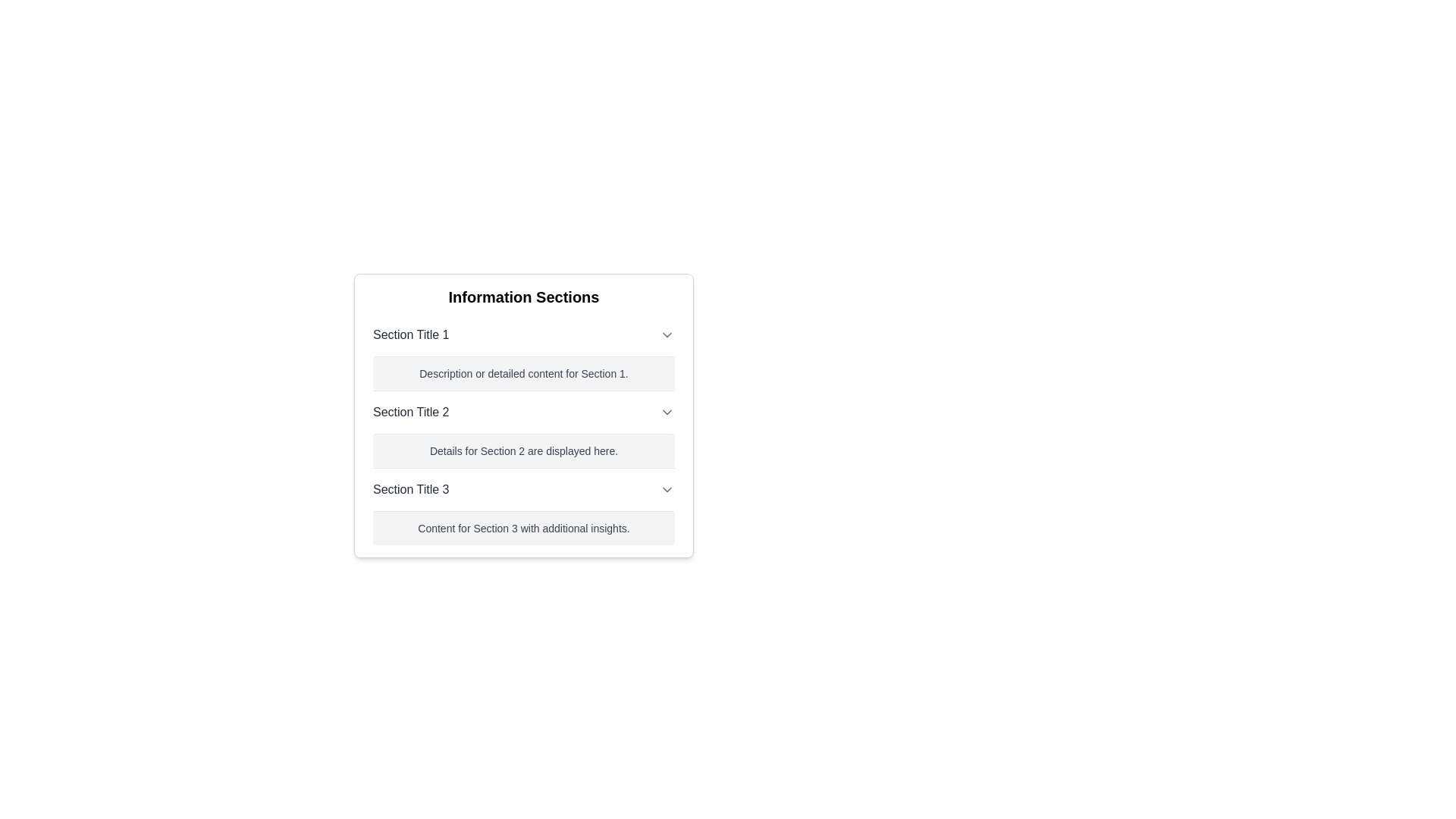 This screenshot has height=819, width=1456. What do you see at coordinates (411, 334) in the screenshot?
I see `the text label reading 'Section Title 1' styled in a medium-sized sans-serif font with a dark gray color, located at the top of a vertical list of sections within a centered panel` at bounding box center [411, 334].